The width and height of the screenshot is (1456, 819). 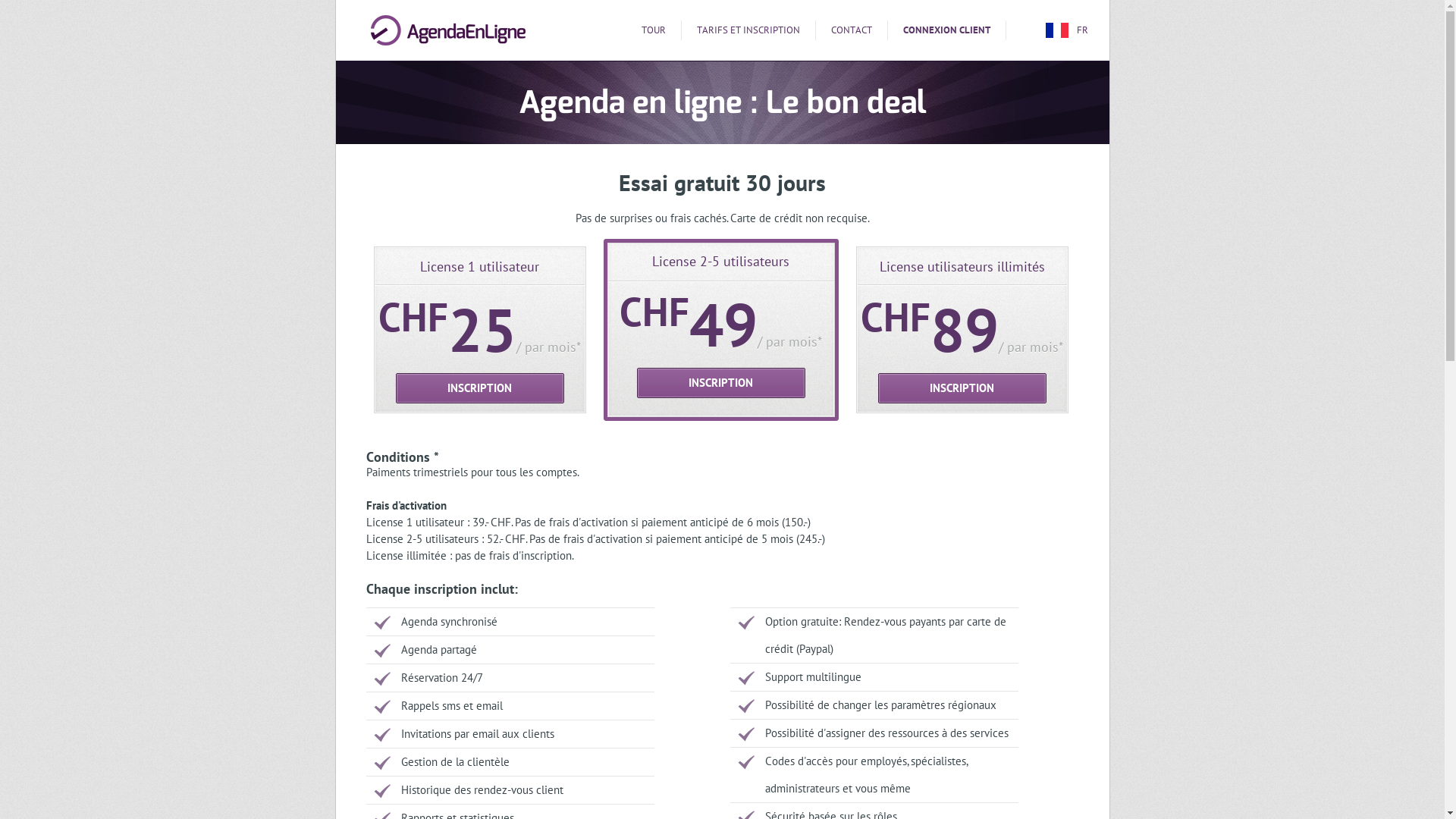 I want to click on 'TARIFS ET INSCRIPTION', so click(x=748, y=30).